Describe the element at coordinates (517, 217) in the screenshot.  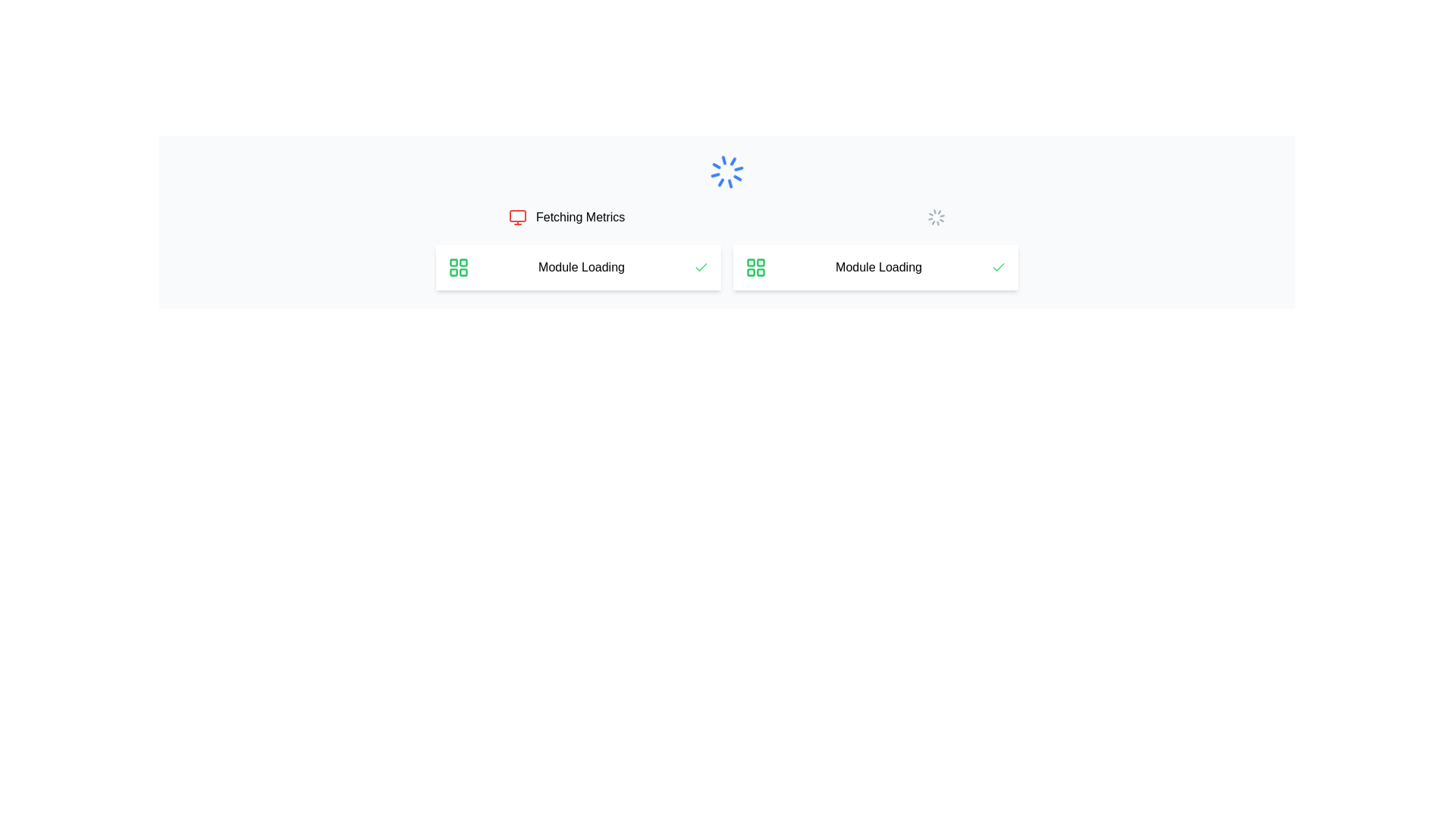
I see `the monitor icon located in the upper left section of the interface, immediately left of the text 'Fetching Metrics', to gather information regarding system metrics or monitoring tasks` at that location.